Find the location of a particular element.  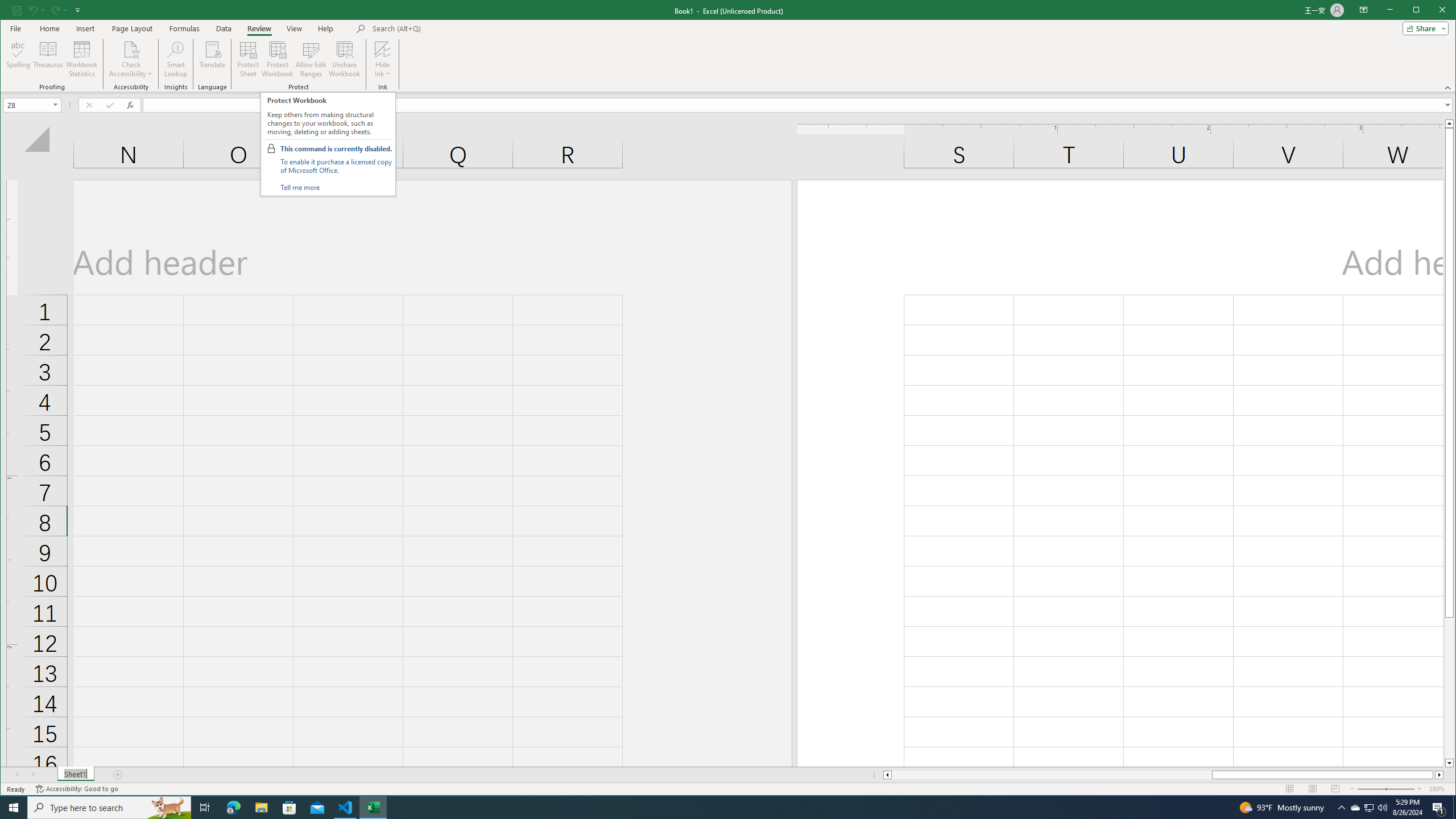

'Formulas' is located at coordinates (185, 28).